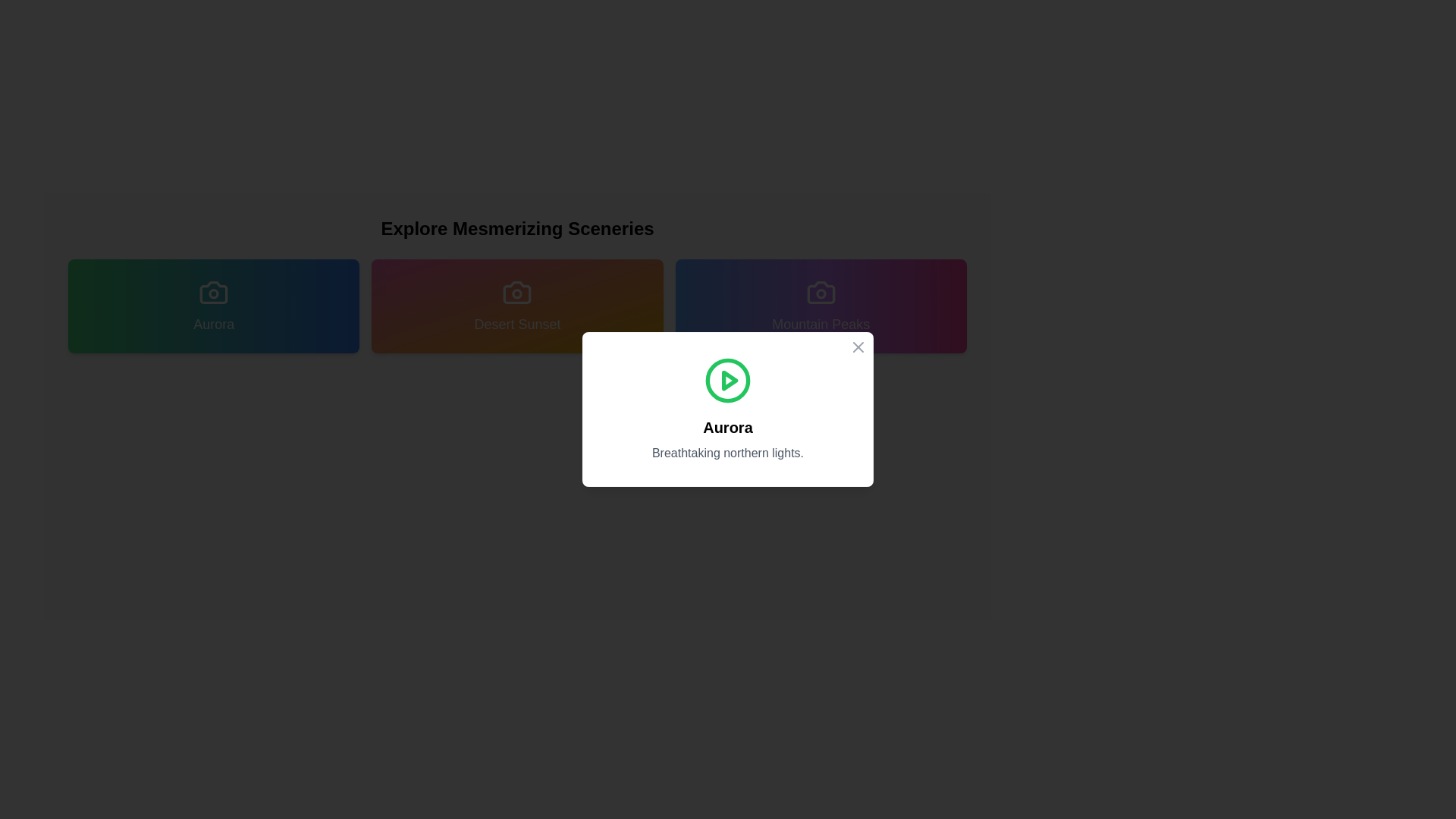 This screenshot has width=1456, height=819. I want to click on the video trigger icon located at the center of the modal popup above the text describing 'Aurora', so click(728, 379).